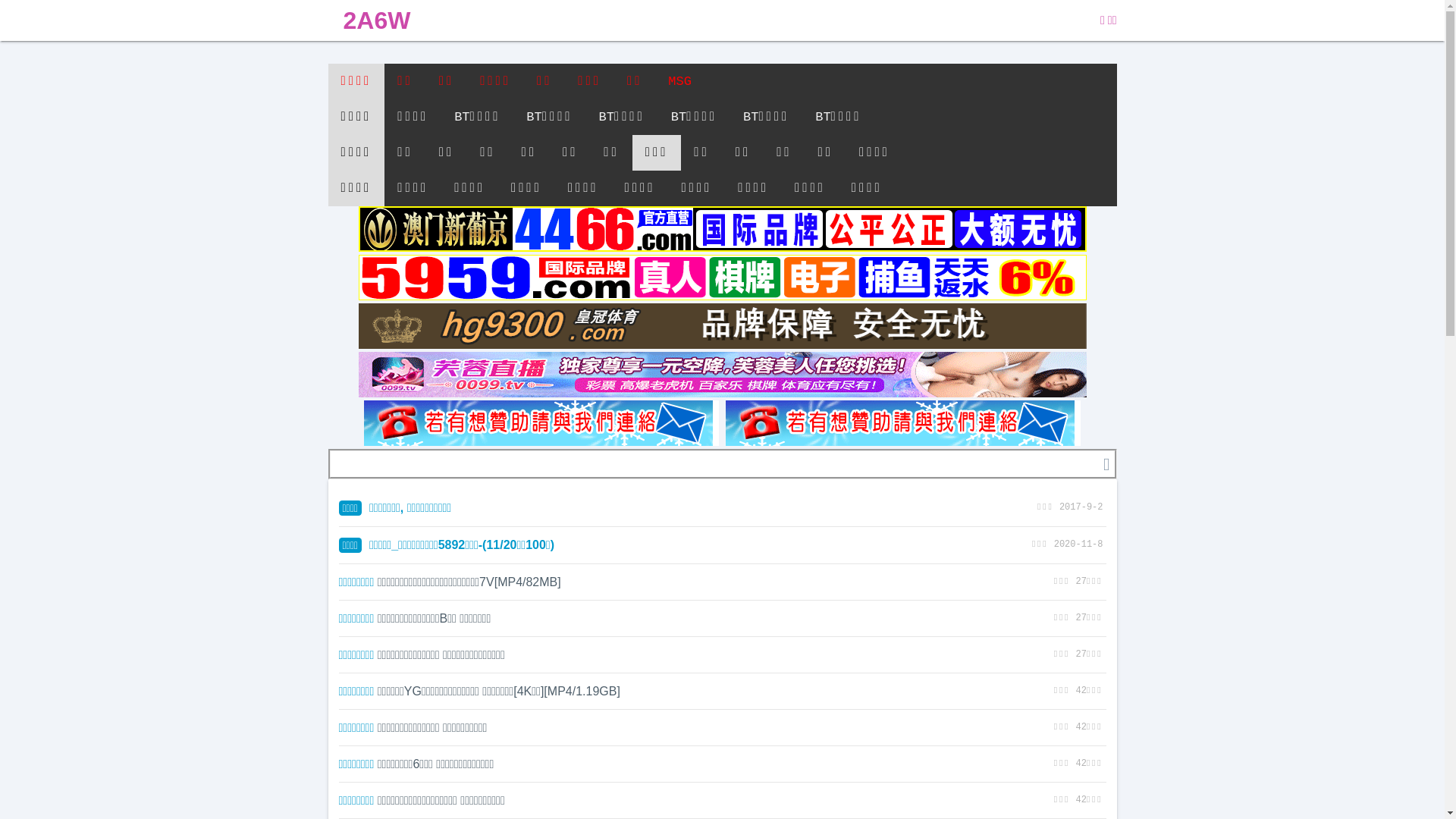 This screenshot has height=819, width=1456. I want to click on 'MSG', so click(679, 81).